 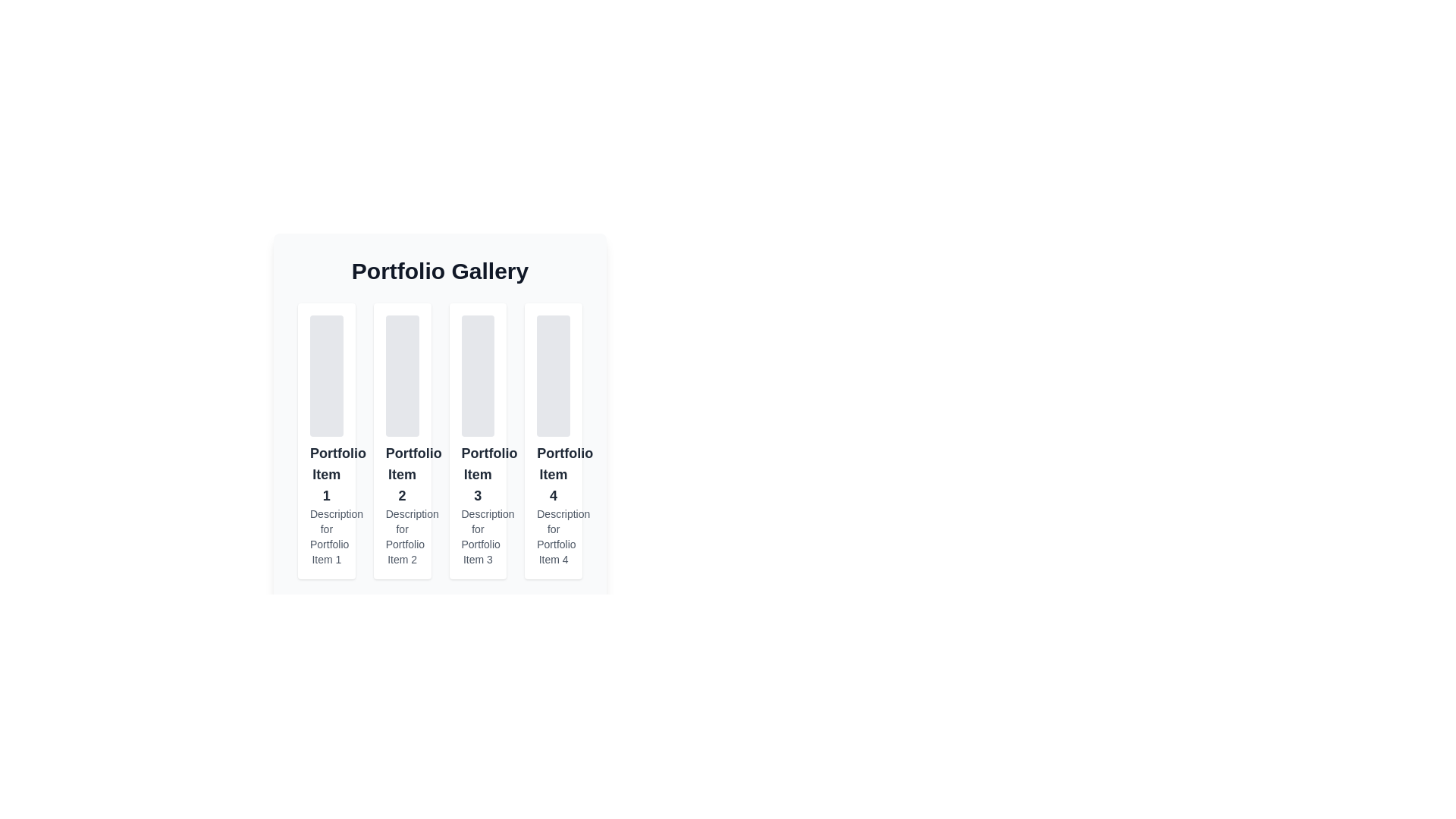 What do you see at coordinates (553, 536) in the screenshot?
I see `the text element that displays 'Description for Portfolio Item 4', which is styled in a smaller gray font and located in the fourth column of the 'Portfolio Gallery' layout, beneath the 'Portfolio Item 4' heading` at bounding box center [553, 536].